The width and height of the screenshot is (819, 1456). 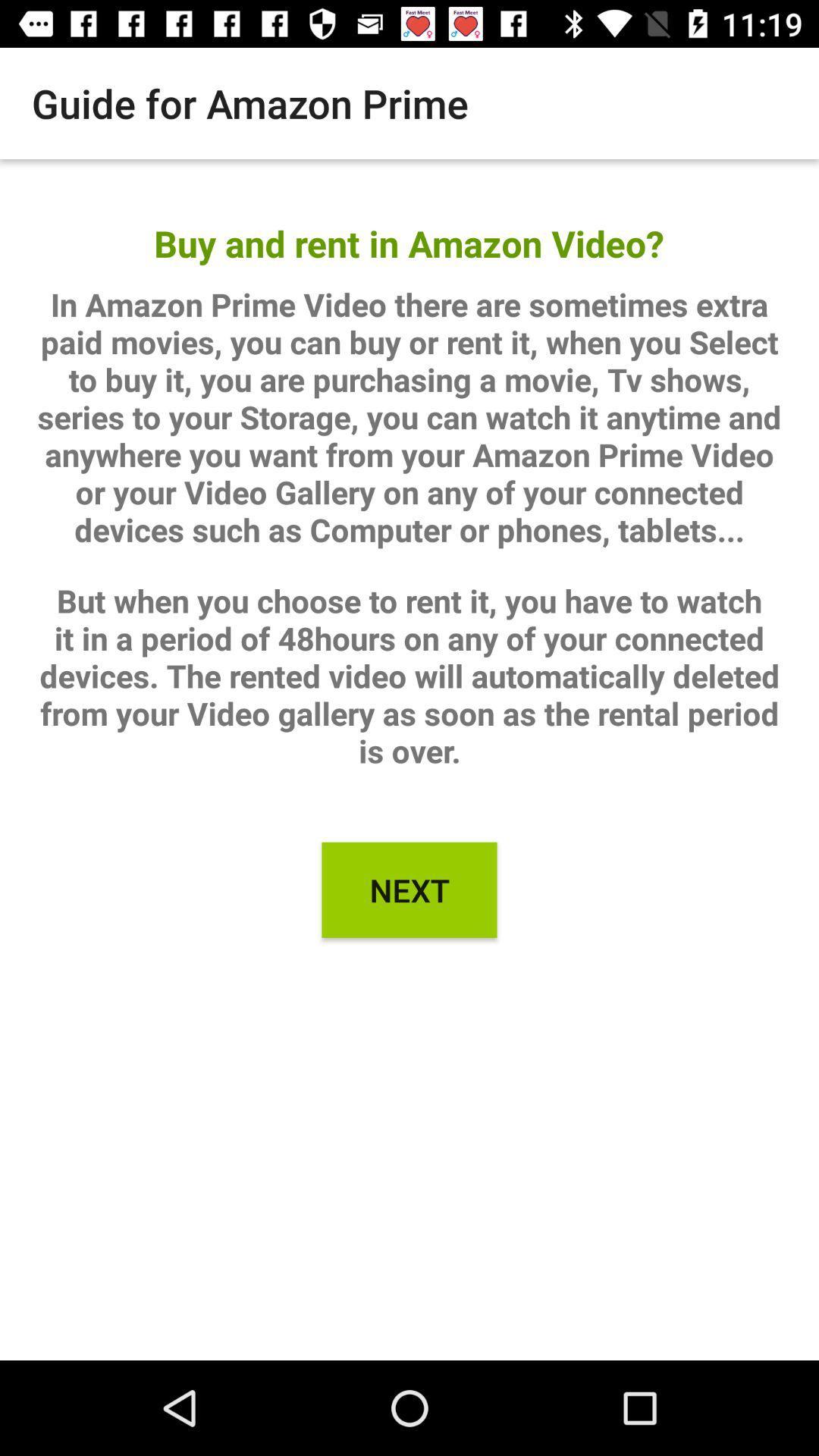 I want to click on item below but when you, so click(x=409, y=890).